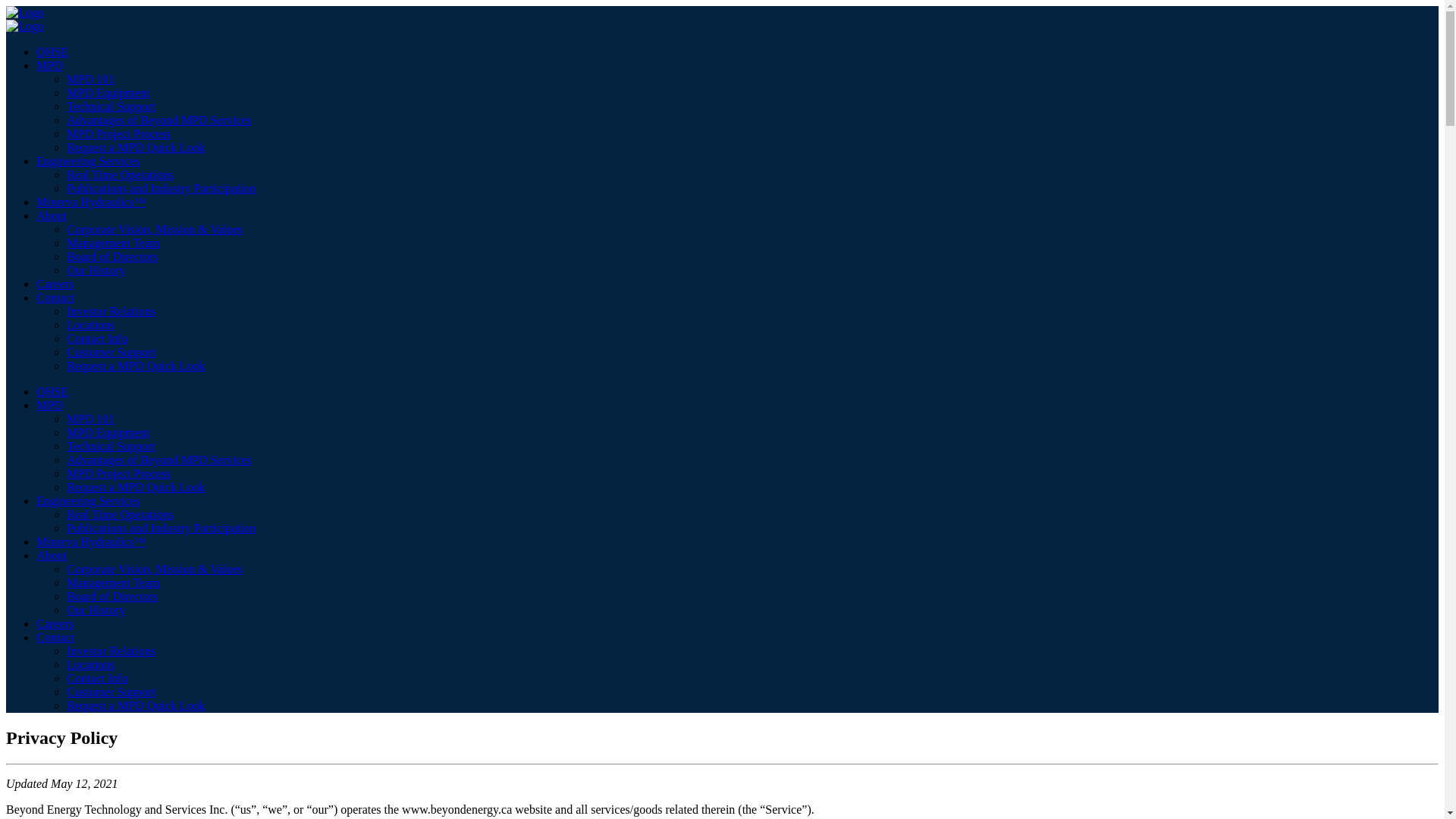 This screenshot has width=1456, height=819. What do you see at coordinates (96, 677) in the screenshot?
I see `'Contact Info'` at bounding box center [96, 677].